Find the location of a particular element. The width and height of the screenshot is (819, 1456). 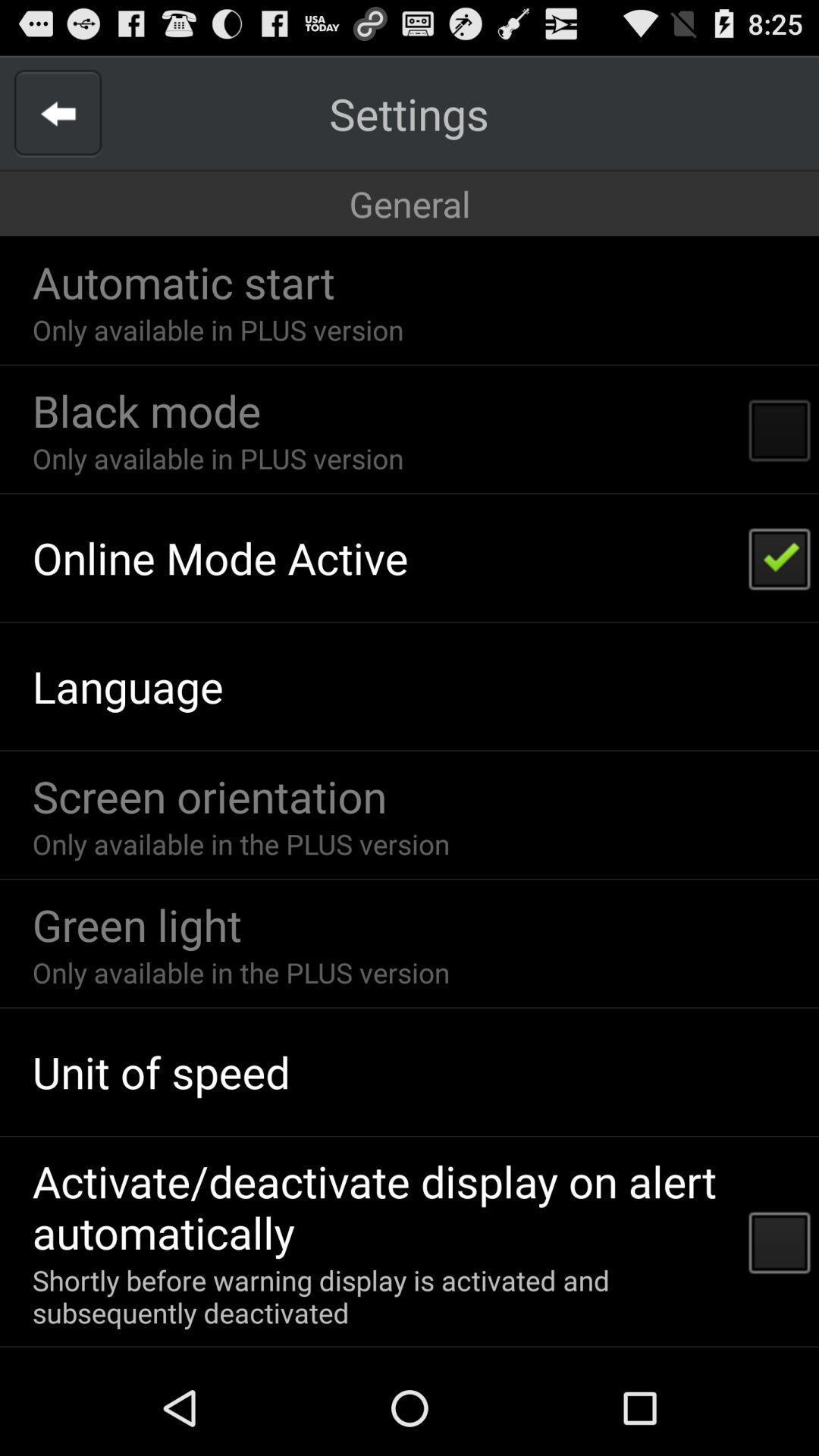

icon above the automatic start item is located at coordinates (409, 202).